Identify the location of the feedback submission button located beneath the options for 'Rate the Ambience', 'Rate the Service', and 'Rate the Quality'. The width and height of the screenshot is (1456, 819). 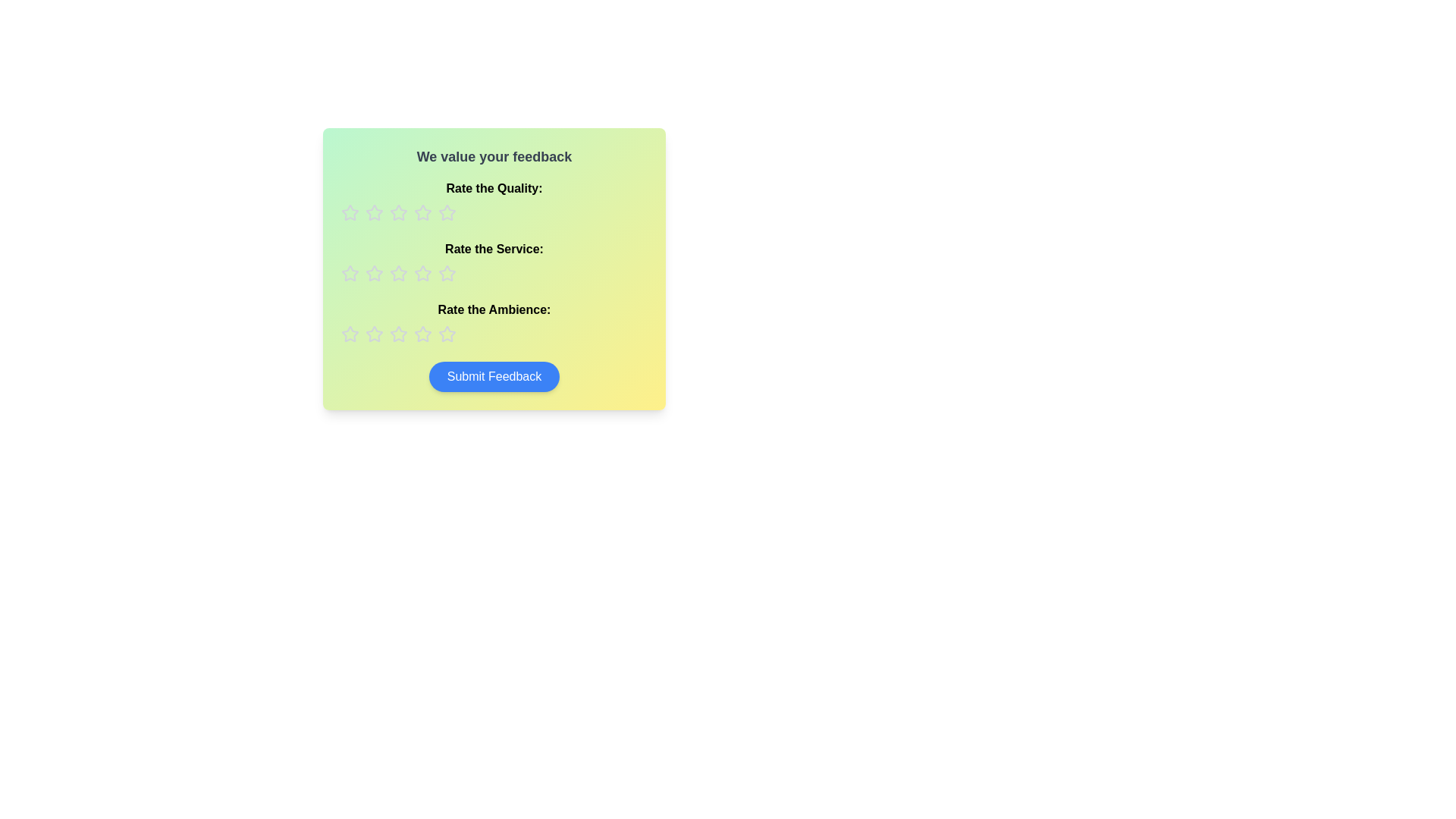
(494, 376).